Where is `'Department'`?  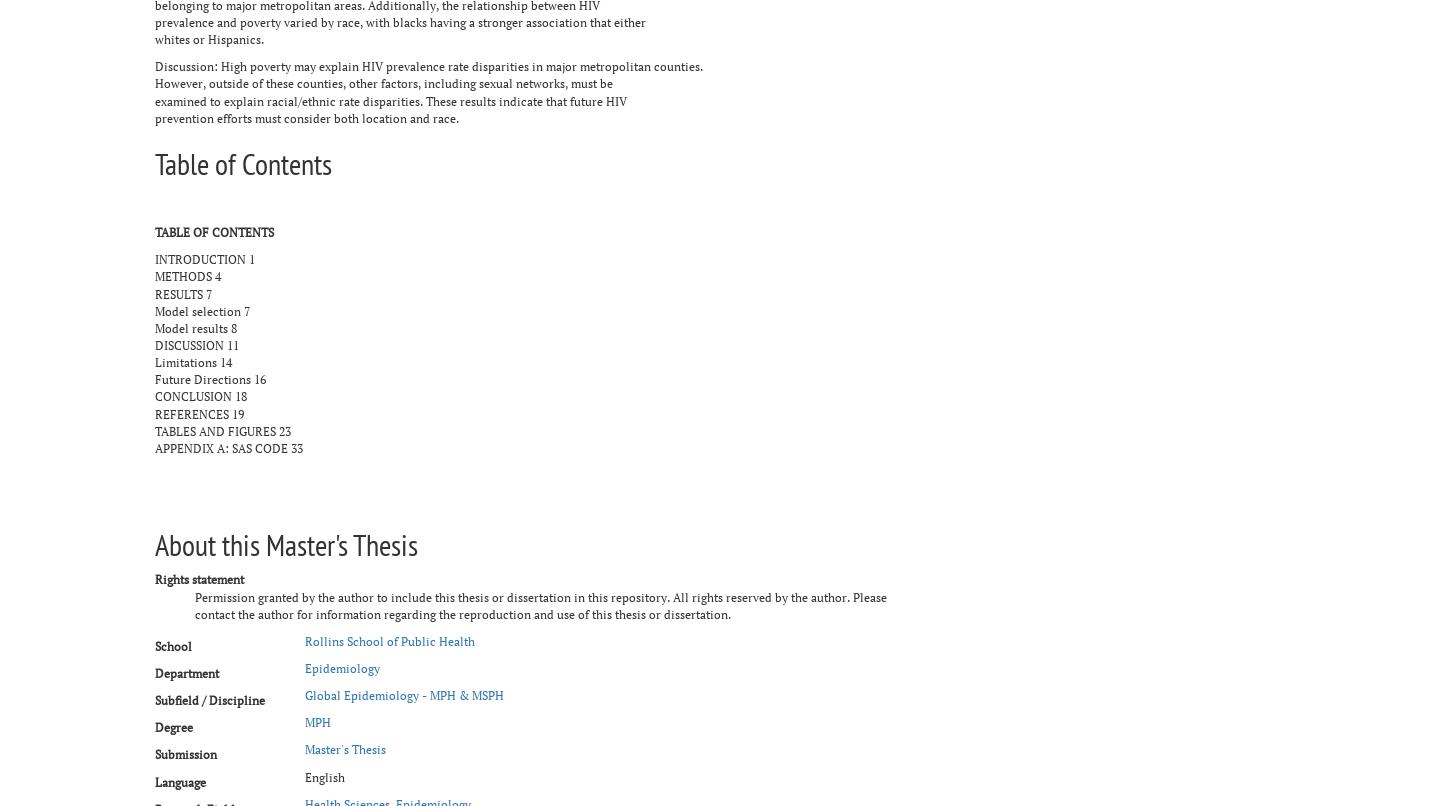 'Department' is located at coordinates (186, 672).